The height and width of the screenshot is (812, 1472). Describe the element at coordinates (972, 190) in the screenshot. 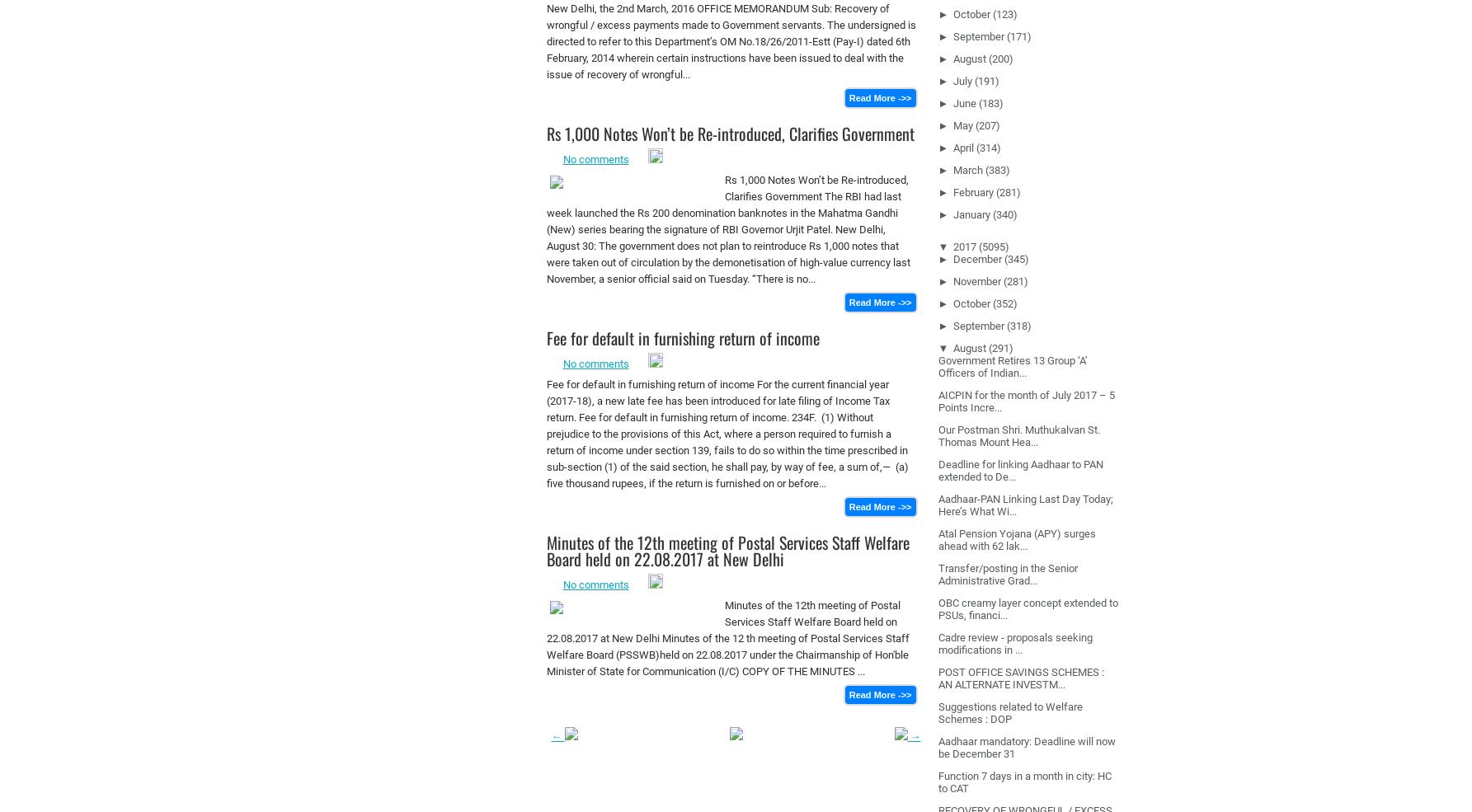

I see `'February'` at that location.